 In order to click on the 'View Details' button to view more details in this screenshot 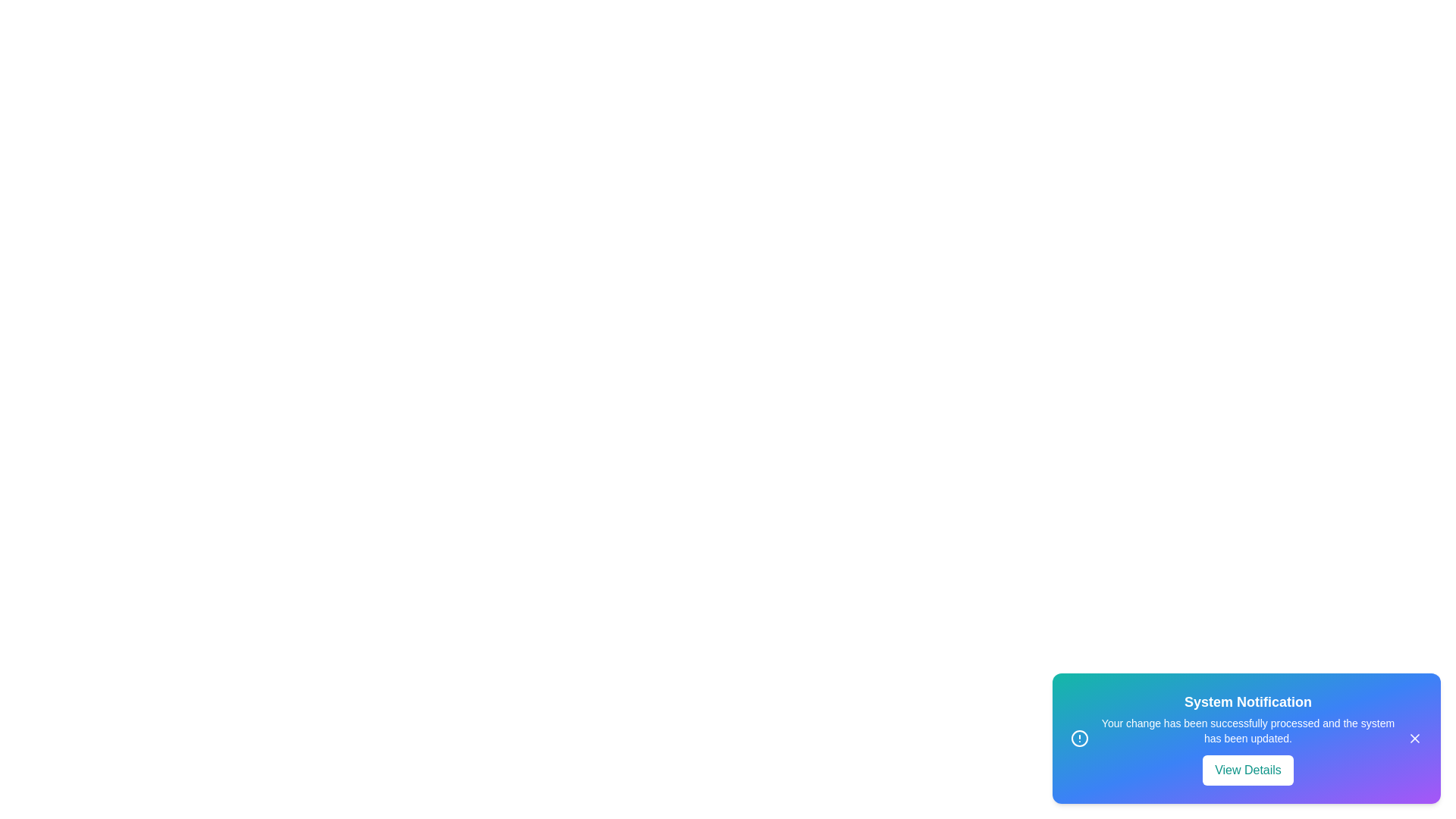, I will do `click(1248, 770)`.